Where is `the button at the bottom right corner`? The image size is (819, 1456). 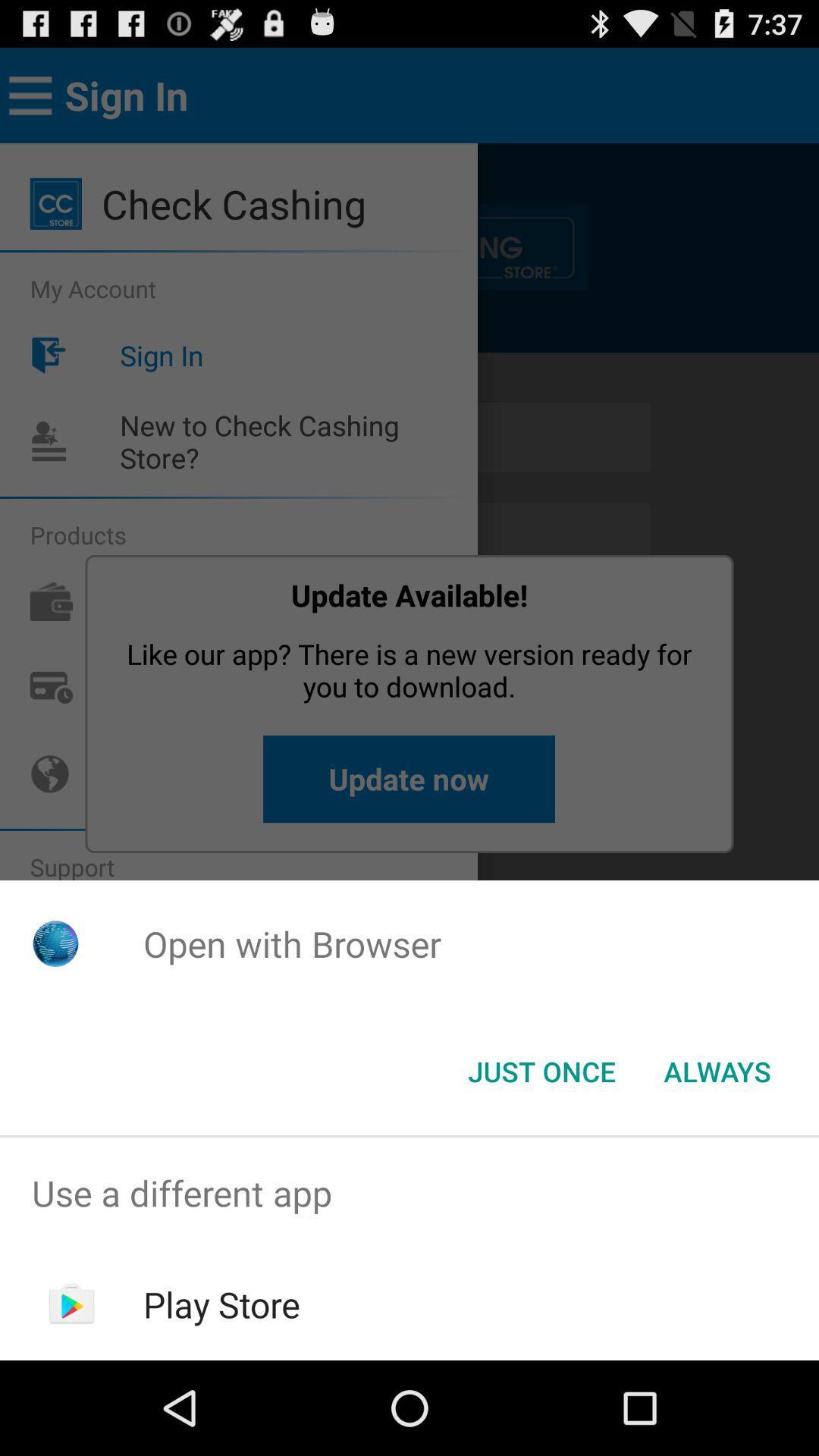
the button at the bottom right corner is located at coordinates (717, 1070).